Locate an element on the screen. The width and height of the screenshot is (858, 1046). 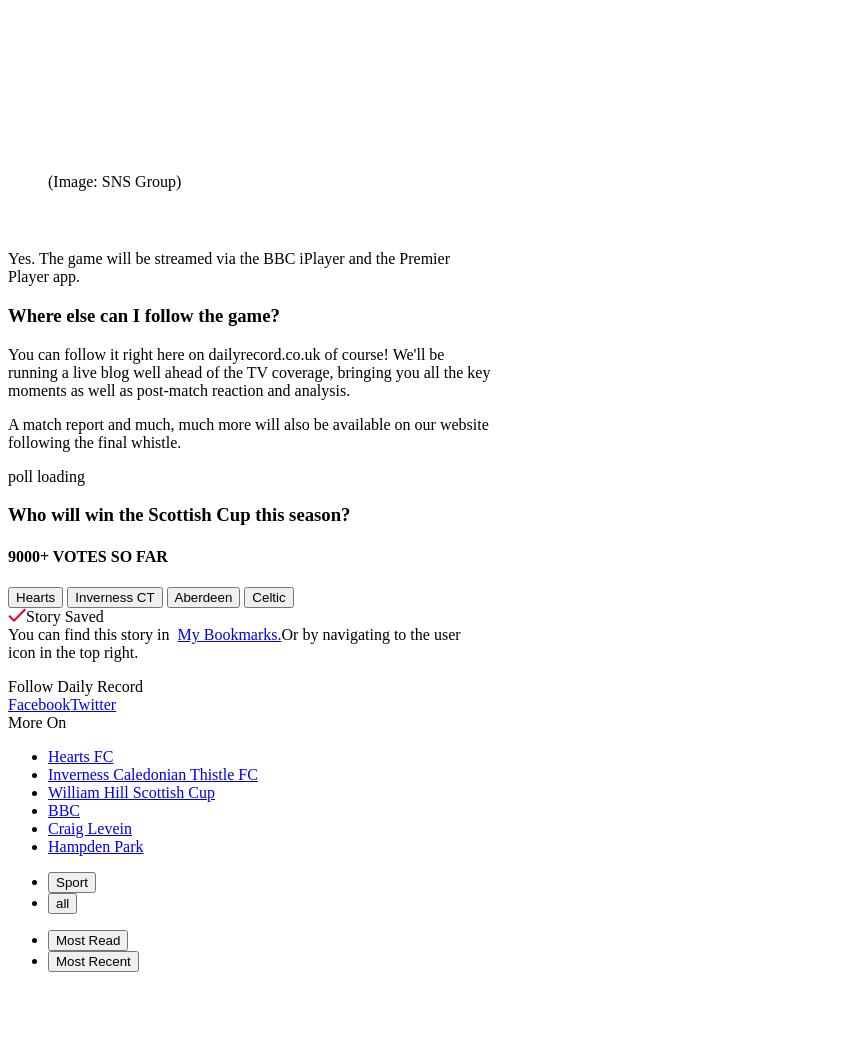
'Who will win the Scottish Cup this season?' is located at coordinates (178, 514).